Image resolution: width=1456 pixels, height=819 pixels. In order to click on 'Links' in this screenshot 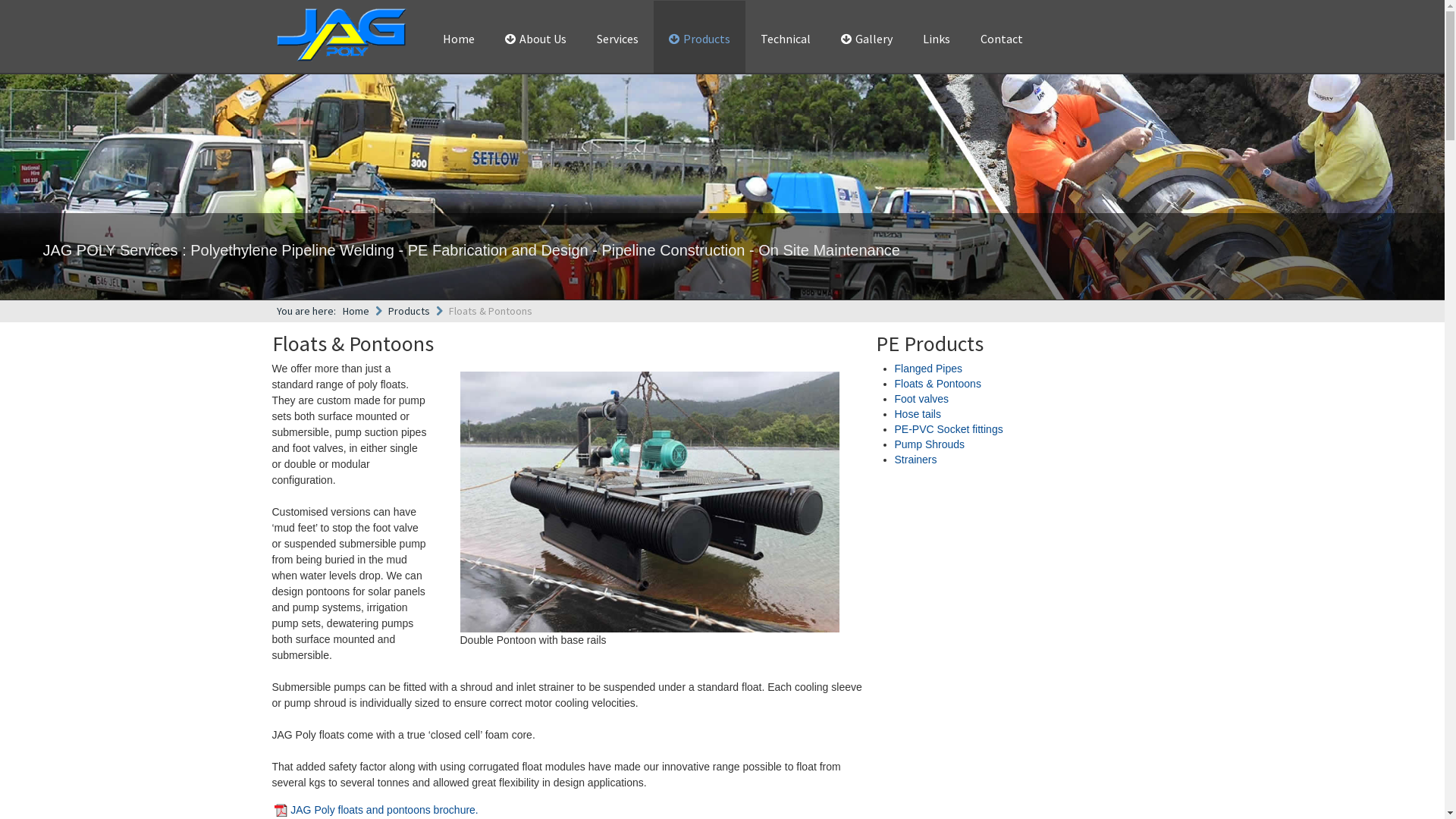, I will do `click(913, 38)`.